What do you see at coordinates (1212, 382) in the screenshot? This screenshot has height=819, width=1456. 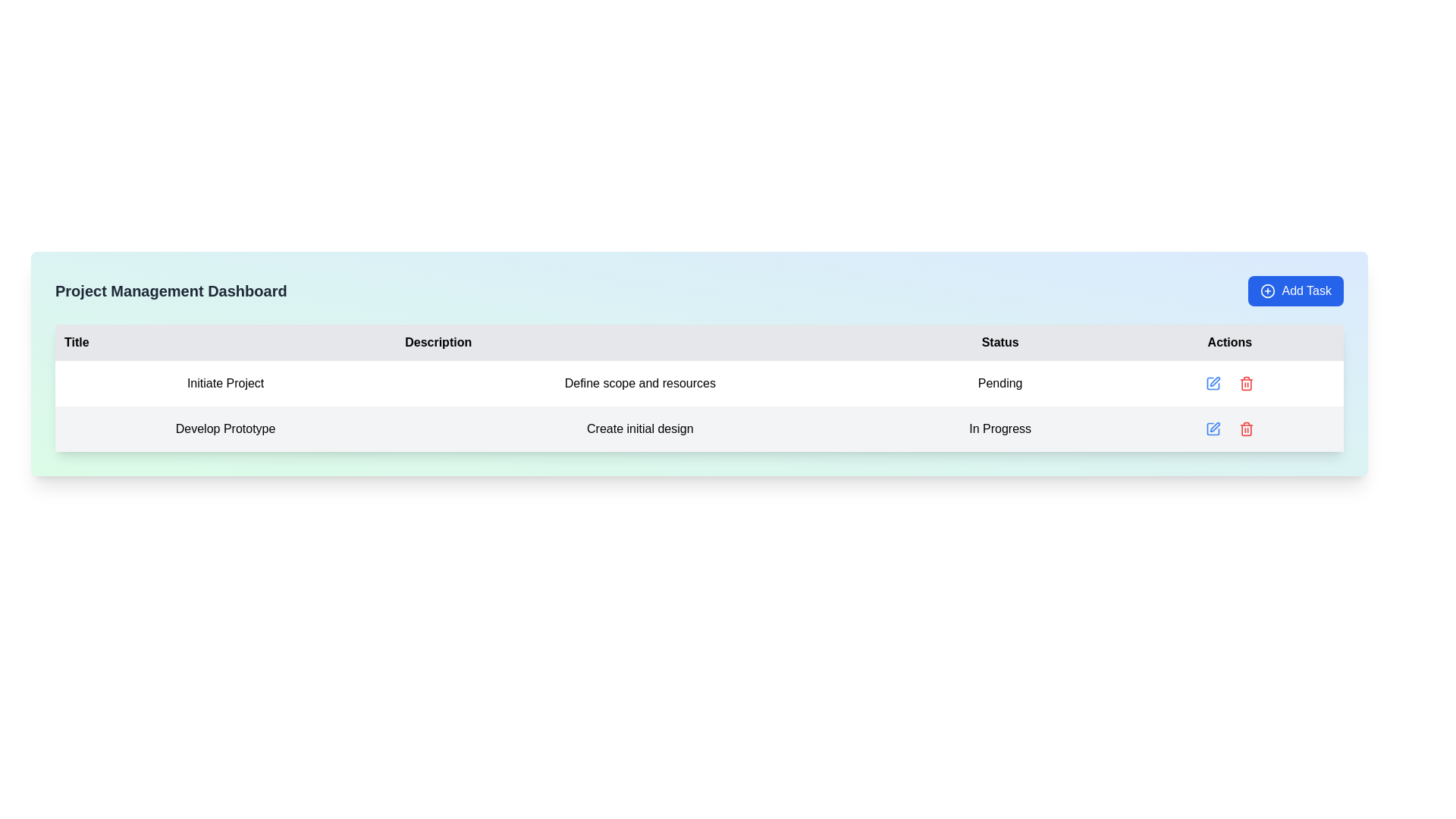 I see `the edit icon button associated with the project titled 'Initiate Project' to change its color` at bounding box center [1212, 382].